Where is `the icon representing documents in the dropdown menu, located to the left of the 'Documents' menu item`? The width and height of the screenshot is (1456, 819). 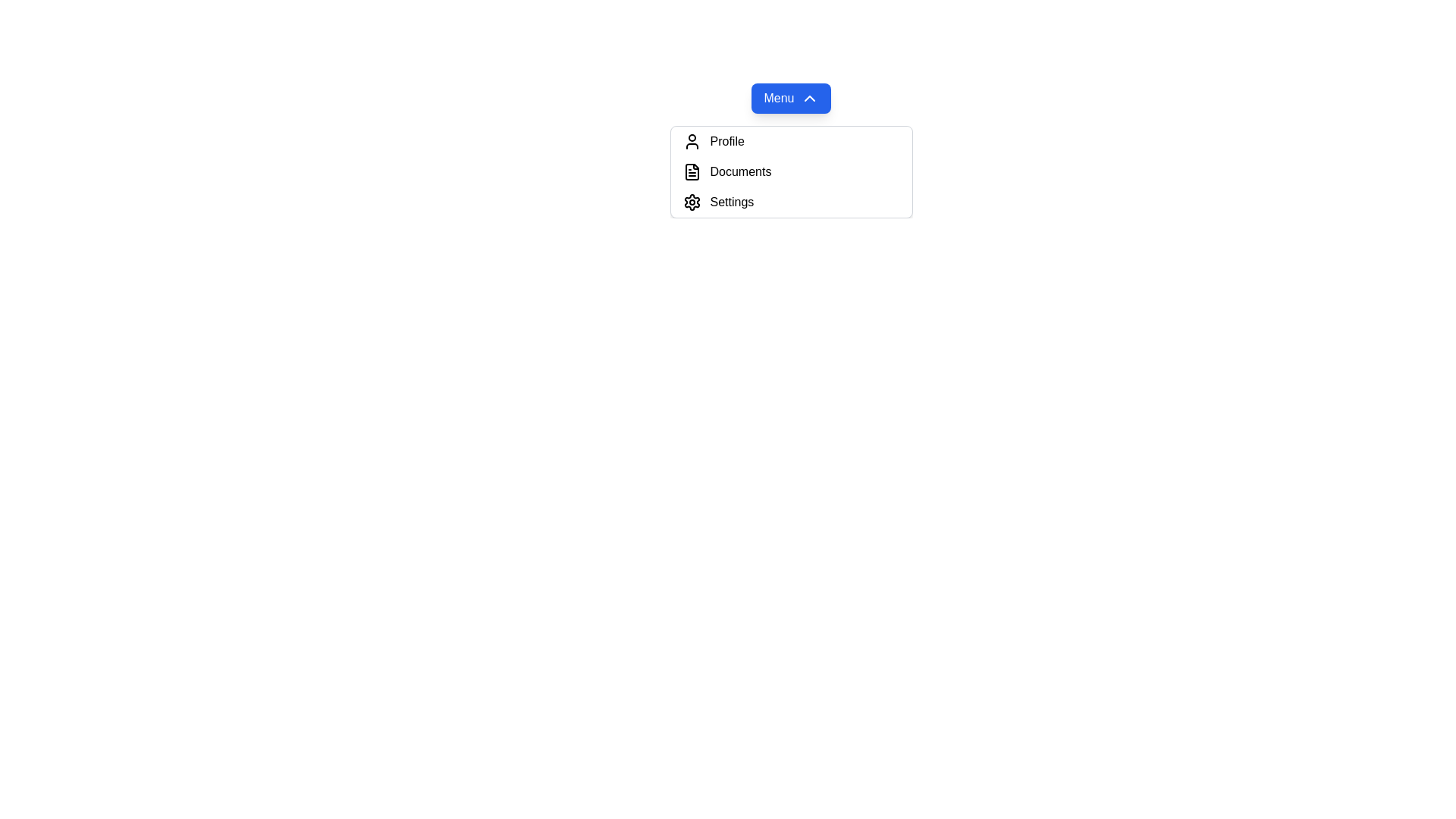 the icon representing documents in the dropdown menu, located to the left of the 'Documents' menu item is located at coordinates (691, 171).